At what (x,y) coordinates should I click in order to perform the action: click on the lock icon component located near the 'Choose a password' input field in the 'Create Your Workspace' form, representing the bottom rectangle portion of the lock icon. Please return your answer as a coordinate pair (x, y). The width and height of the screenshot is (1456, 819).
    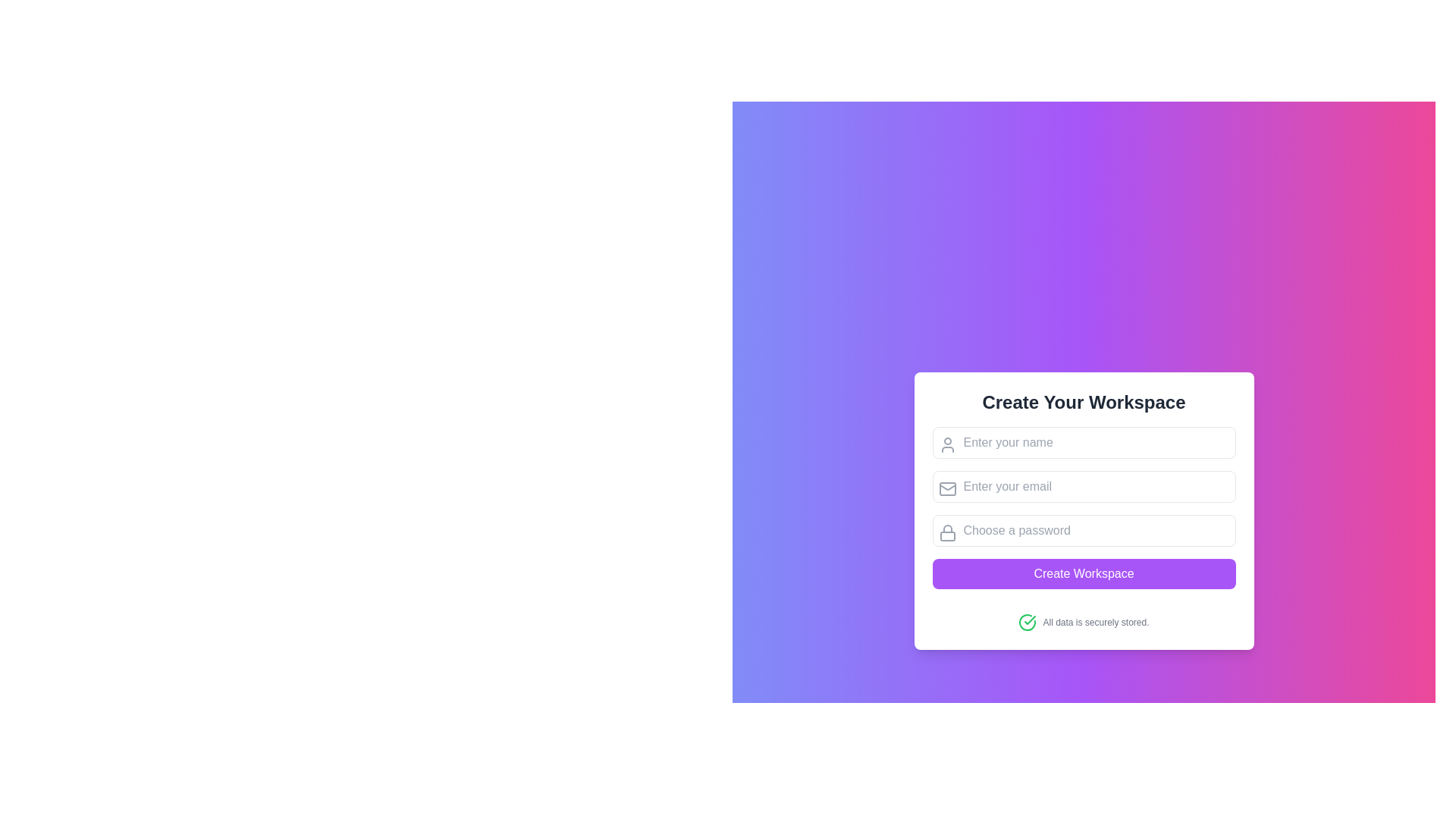
    Looking at the image, I should click on (946, 535).